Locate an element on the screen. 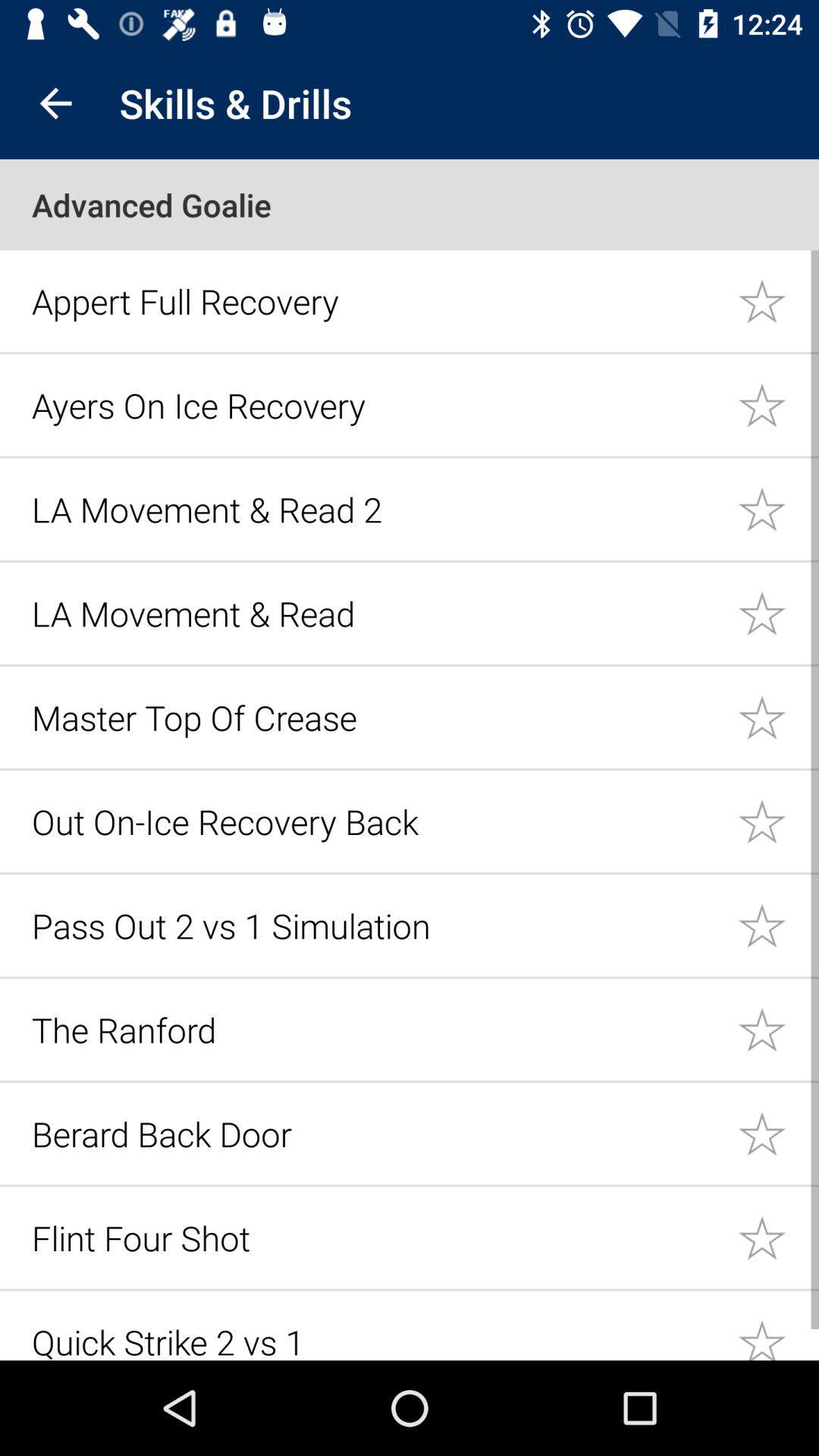  likes is located at coordinates (778, 404).